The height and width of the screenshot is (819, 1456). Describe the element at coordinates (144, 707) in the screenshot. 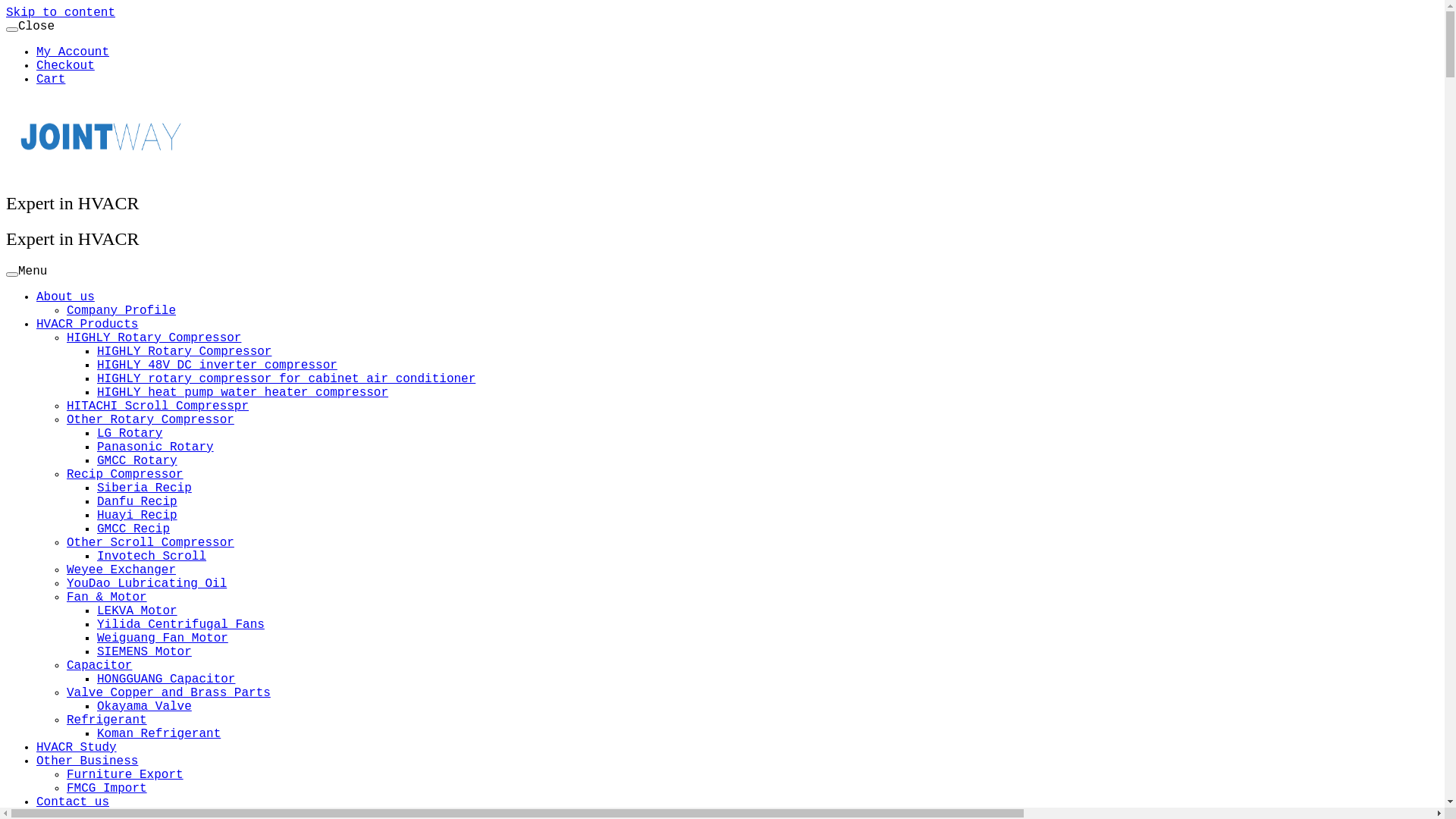

I see `'Okayama Valve'` at that location.